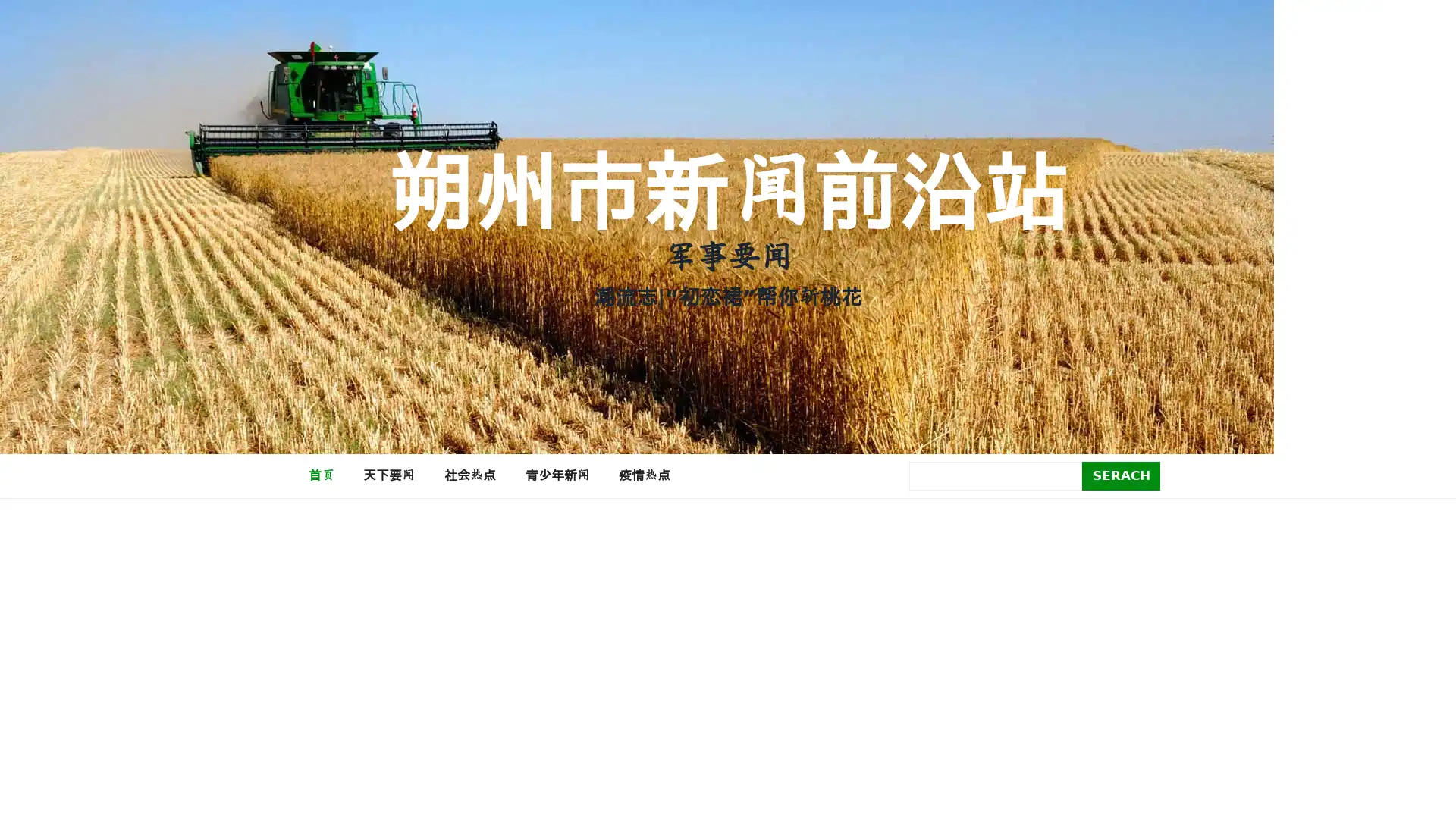 This screenshot has height=819, width=1456. Describe the element at coordinates (1121, 475) in the screenshot. I see `serach` at that location.